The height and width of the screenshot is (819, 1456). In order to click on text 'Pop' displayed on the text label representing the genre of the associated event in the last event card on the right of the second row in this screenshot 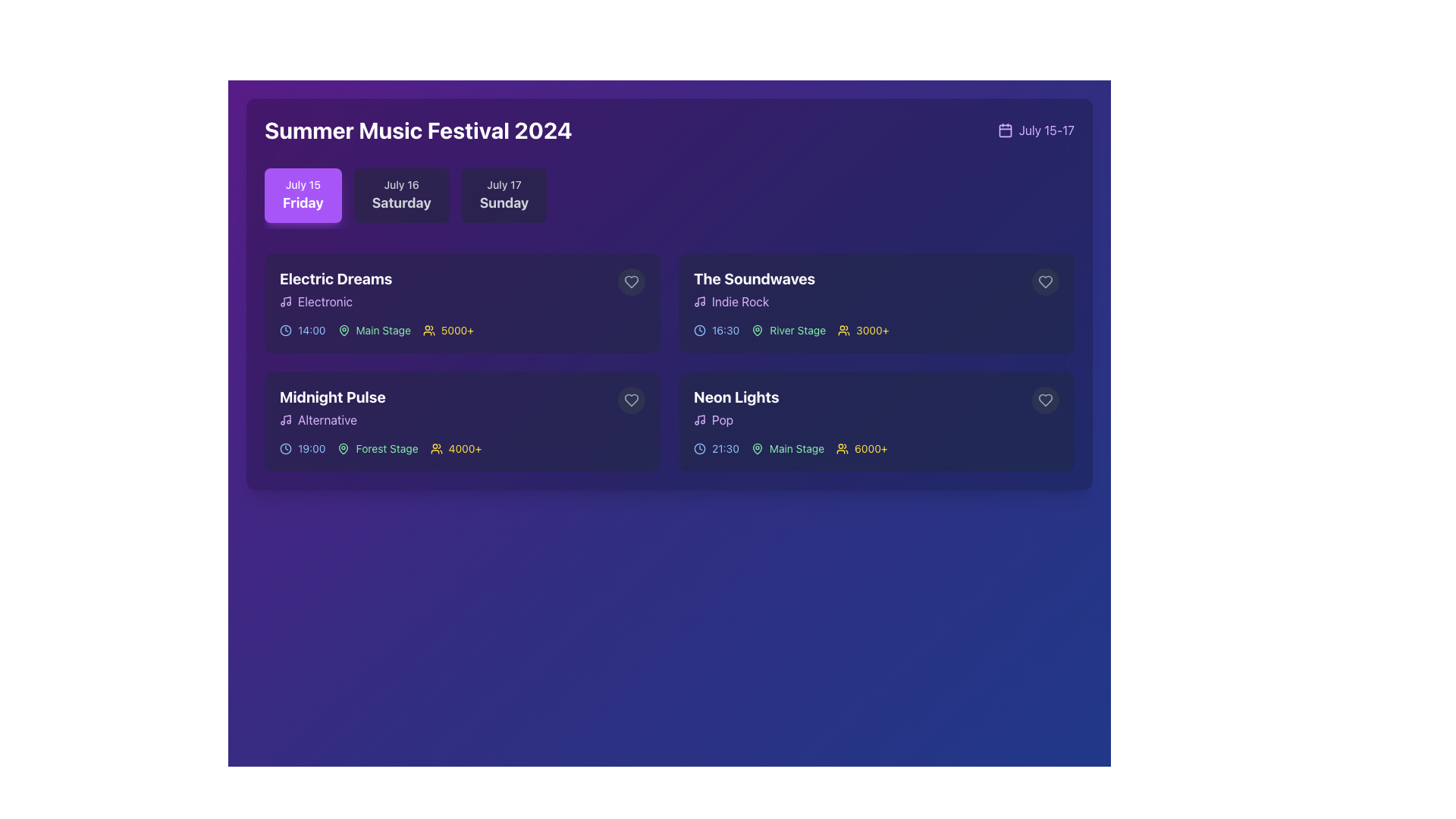, I will do `click(722, 420)`.